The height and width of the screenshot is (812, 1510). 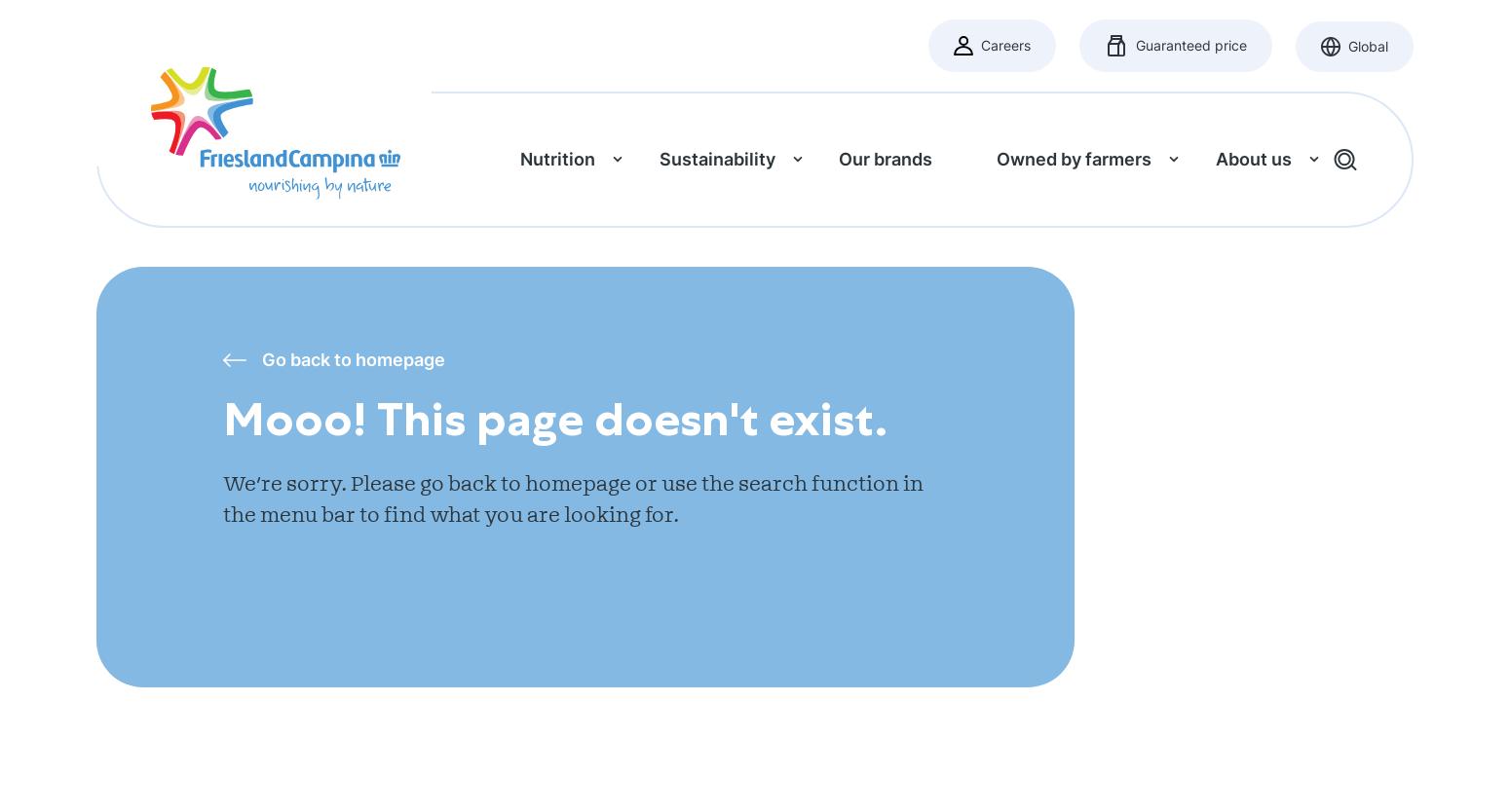 I want to click on 'We're sorry. Please go back to homepage or use the search function in the menu bar to find what you are looking for.', so click(x=221, y=498).